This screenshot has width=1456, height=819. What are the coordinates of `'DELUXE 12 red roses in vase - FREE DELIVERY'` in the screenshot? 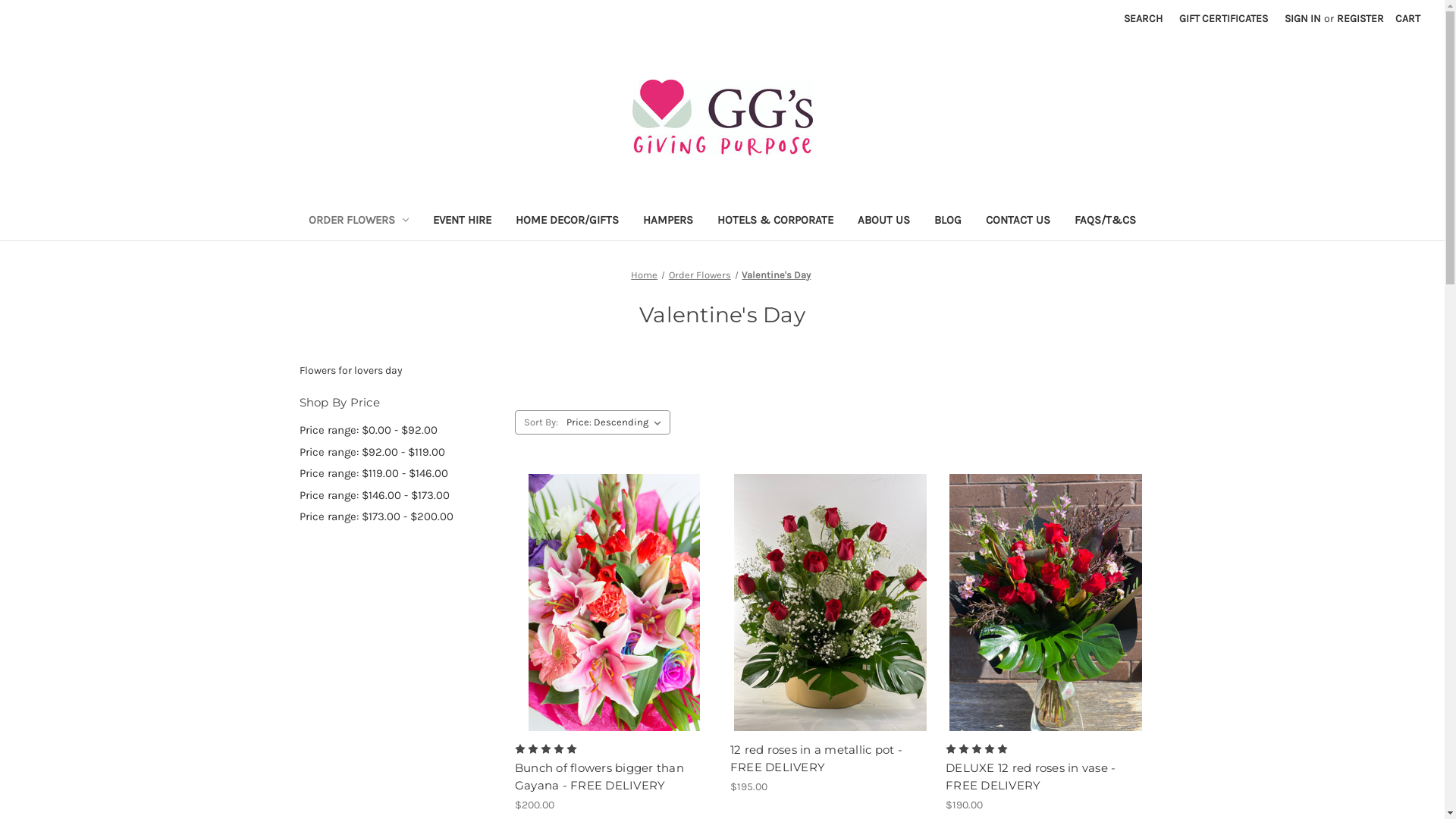 It's located at (1044, 777).